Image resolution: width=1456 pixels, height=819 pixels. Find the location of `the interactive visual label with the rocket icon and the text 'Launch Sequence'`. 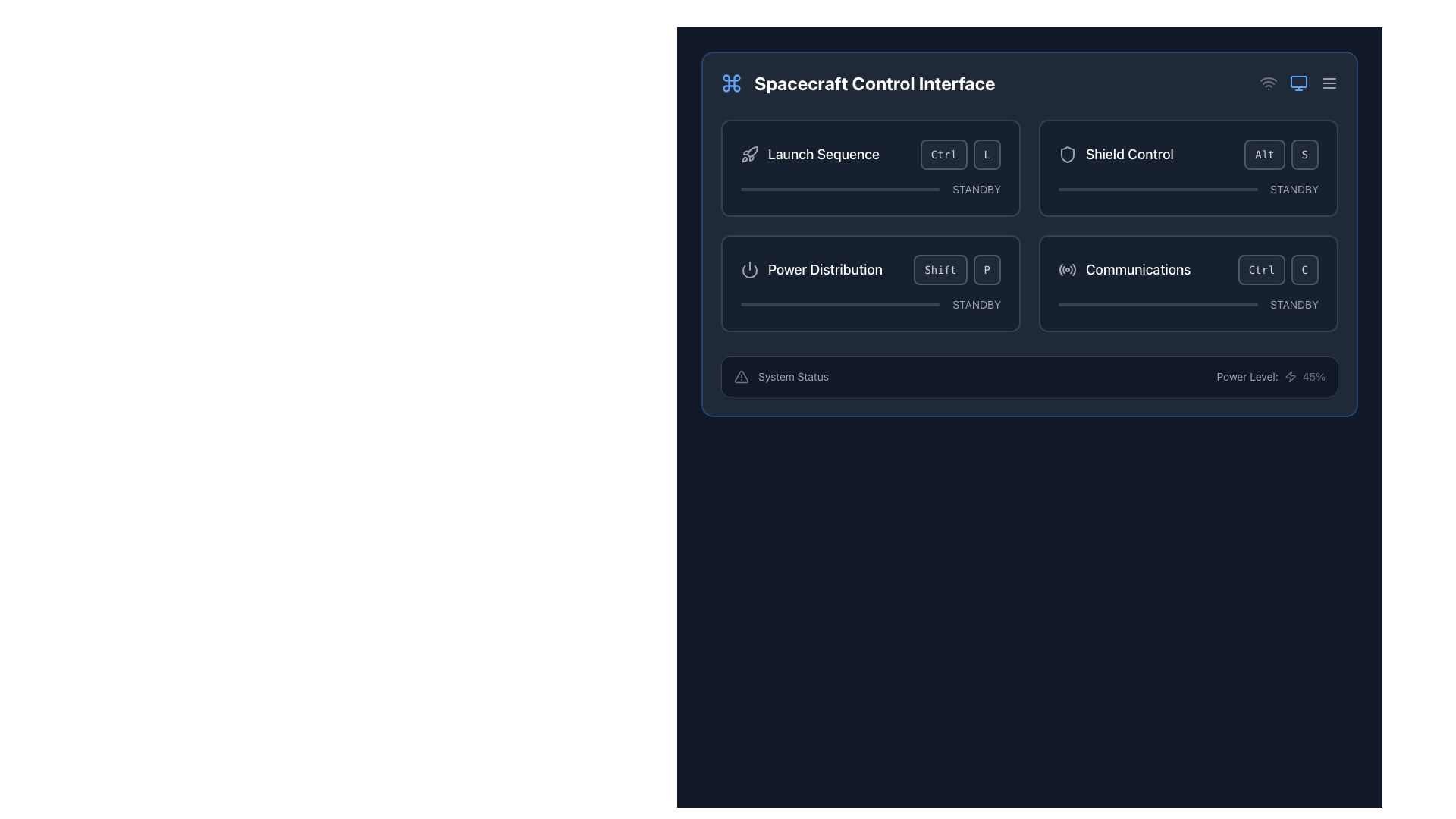

the interactive visual label with the rocket icon and the text 'Launch Sequence' is located at coordinates (871, 155).